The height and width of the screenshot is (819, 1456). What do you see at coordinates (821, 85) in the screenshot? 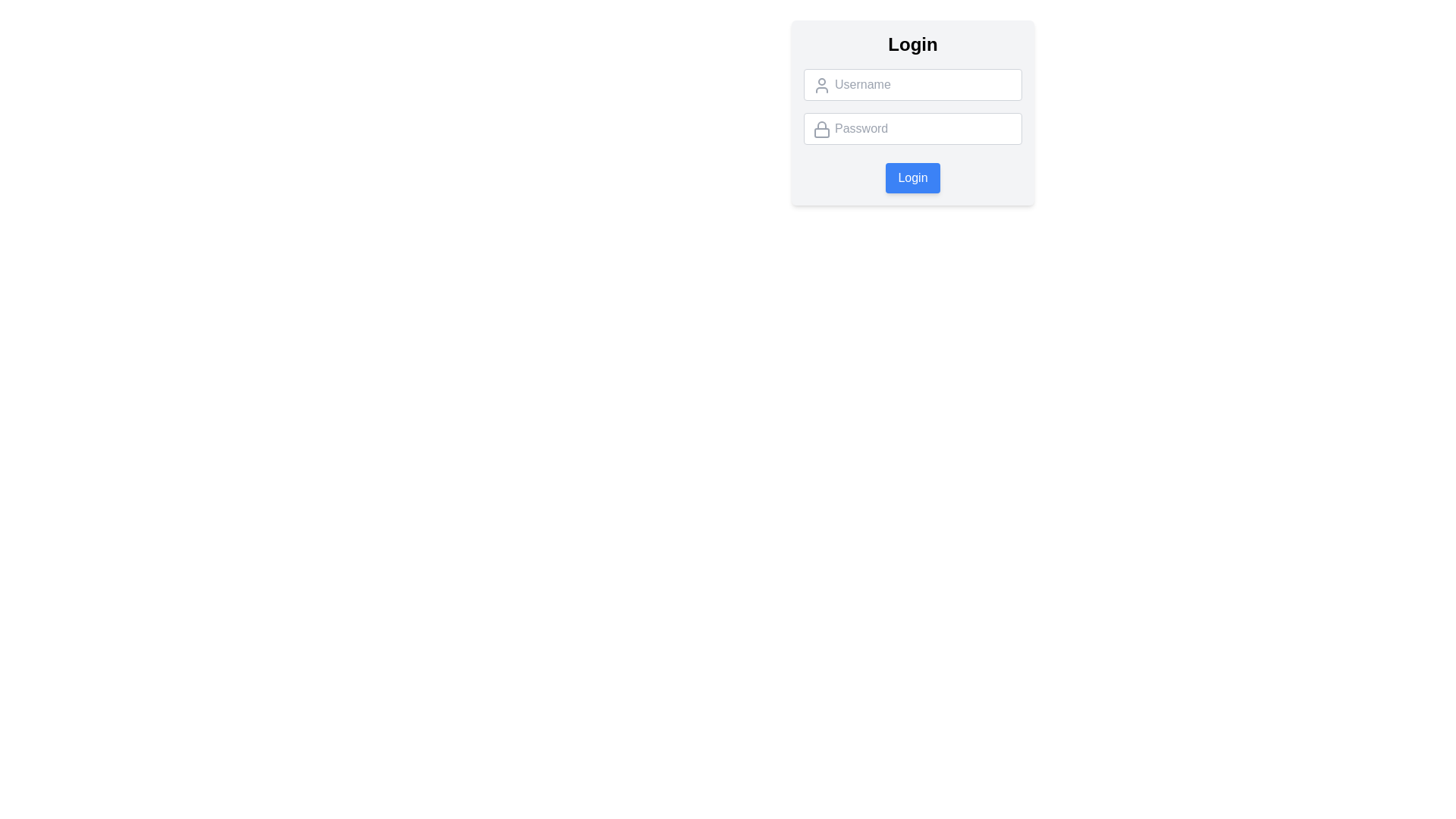
I see `the user silhouette icon located inside the username input field, positioned to the left of the text entry area` at bounding box center [821, 85].